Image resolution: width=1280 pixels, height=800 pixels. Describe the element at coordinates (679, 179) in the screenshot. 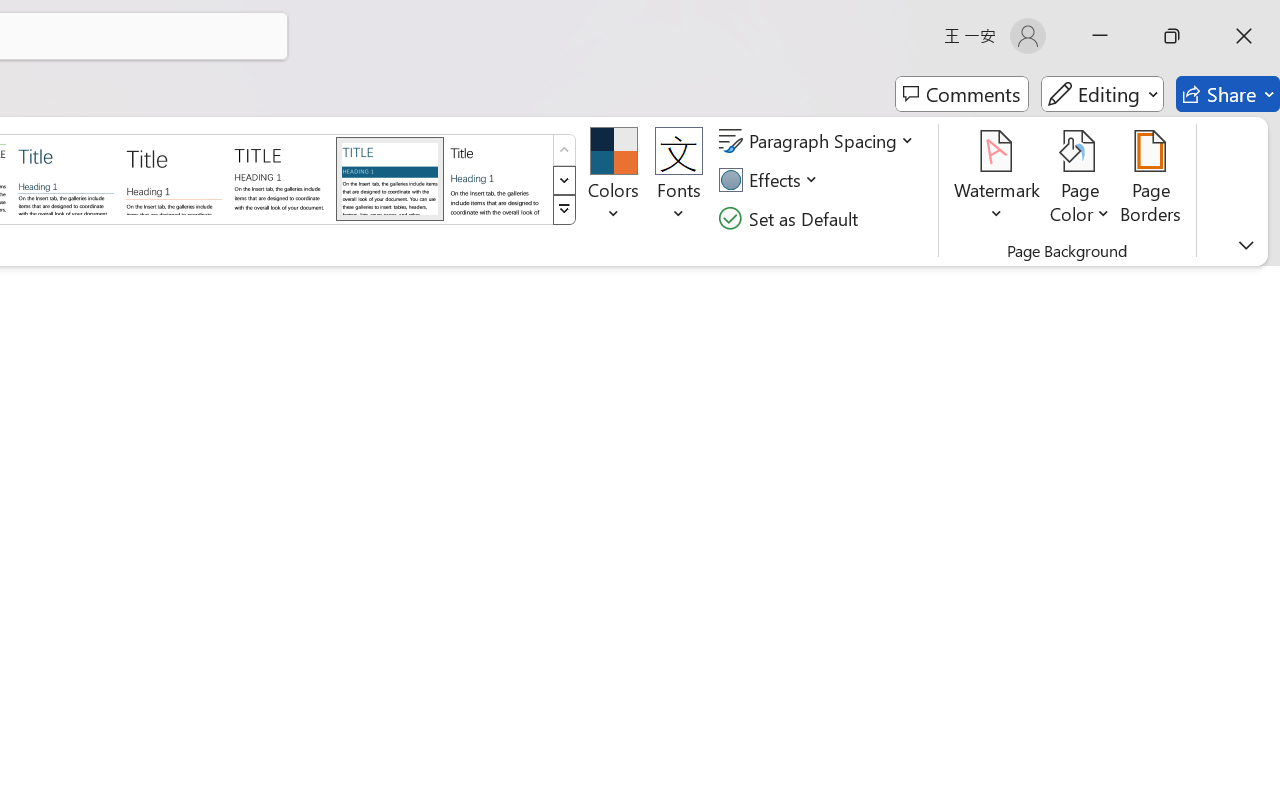

I see `'Fonts'` at that location.